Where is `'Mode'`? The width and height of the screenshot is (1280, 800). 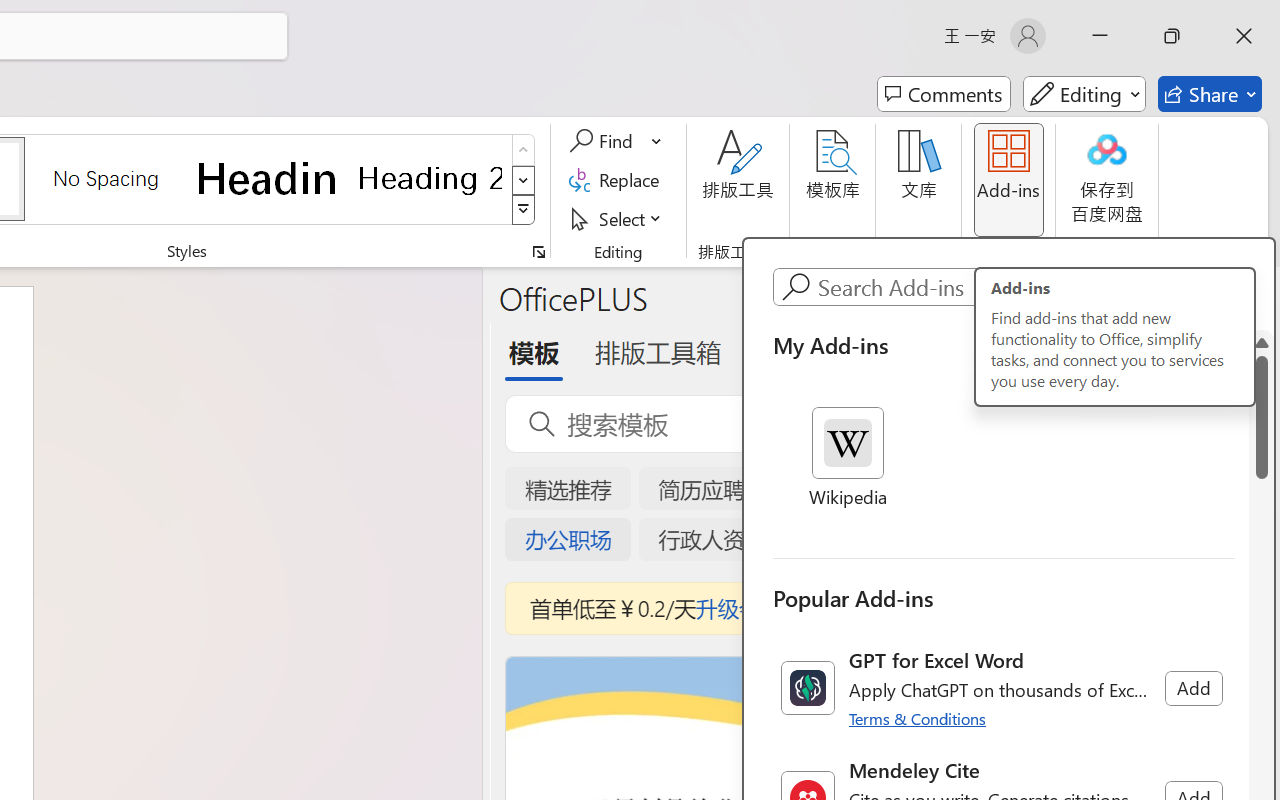 'Mode' is located at coordinates (1083, 94).